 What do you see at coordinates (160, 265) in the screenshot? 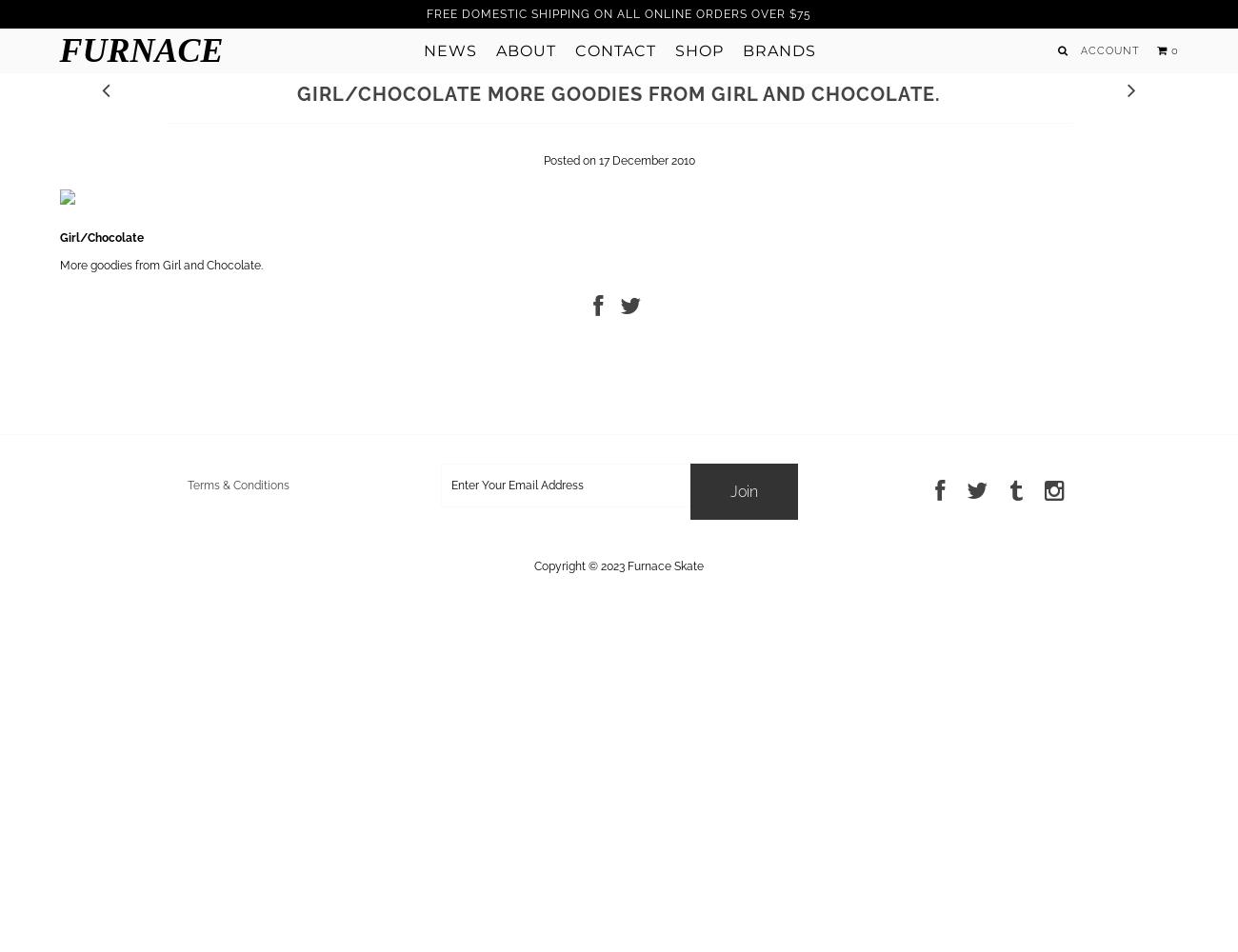
I see `'More goodies from Girl and Chocolate.'` at bounding box center [160, 265].